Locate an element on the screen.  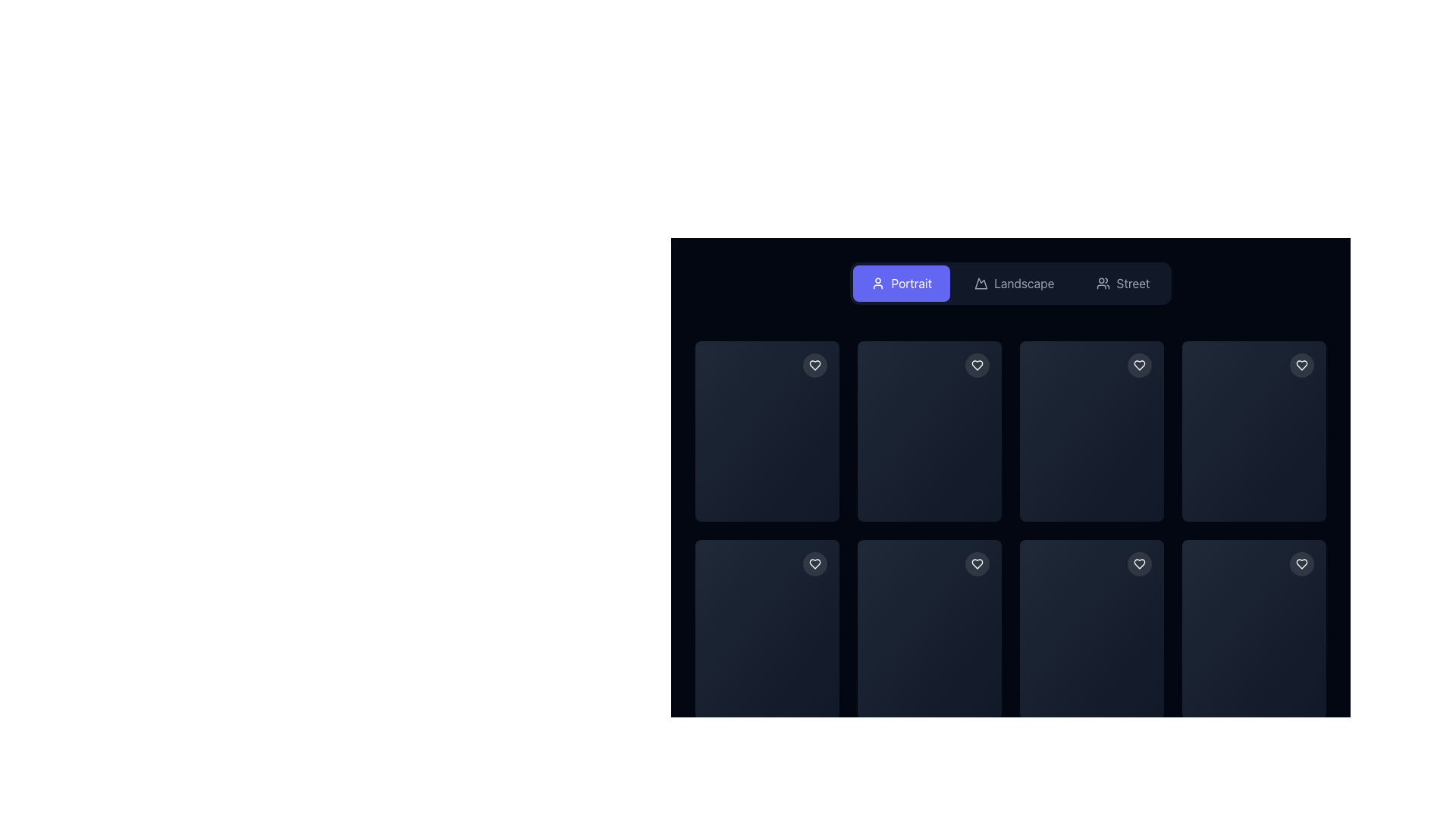
the circular heart icon button located at the top-right corner of the card to observe its hover effect is located at coordinates (977, 366).